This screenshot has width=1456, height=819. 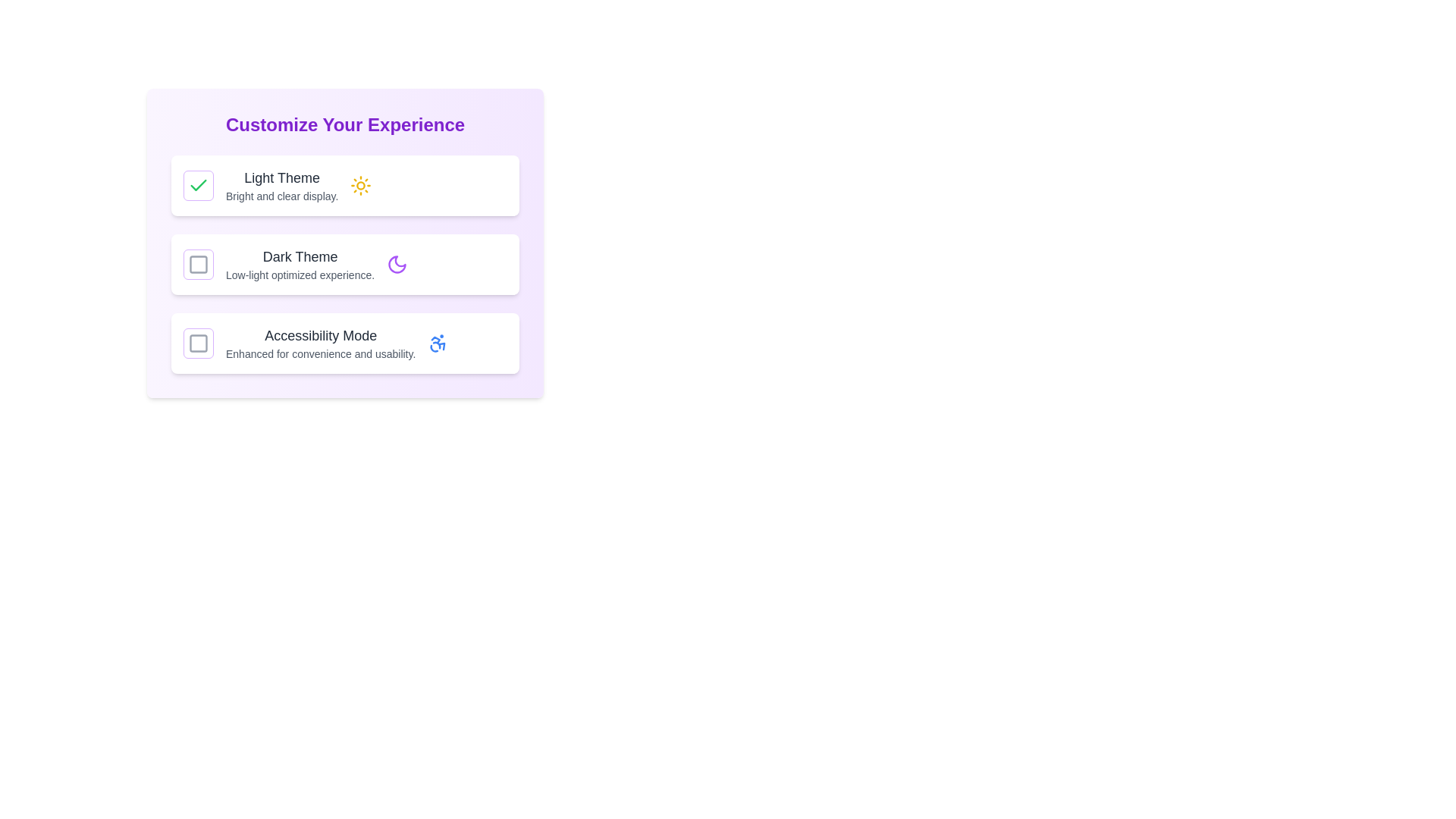 I want to click on the central circular element of the sun icon located to the right of the 'Light Theme' text in the 'Customize Your Experience' section, so click(x=360, y=185).